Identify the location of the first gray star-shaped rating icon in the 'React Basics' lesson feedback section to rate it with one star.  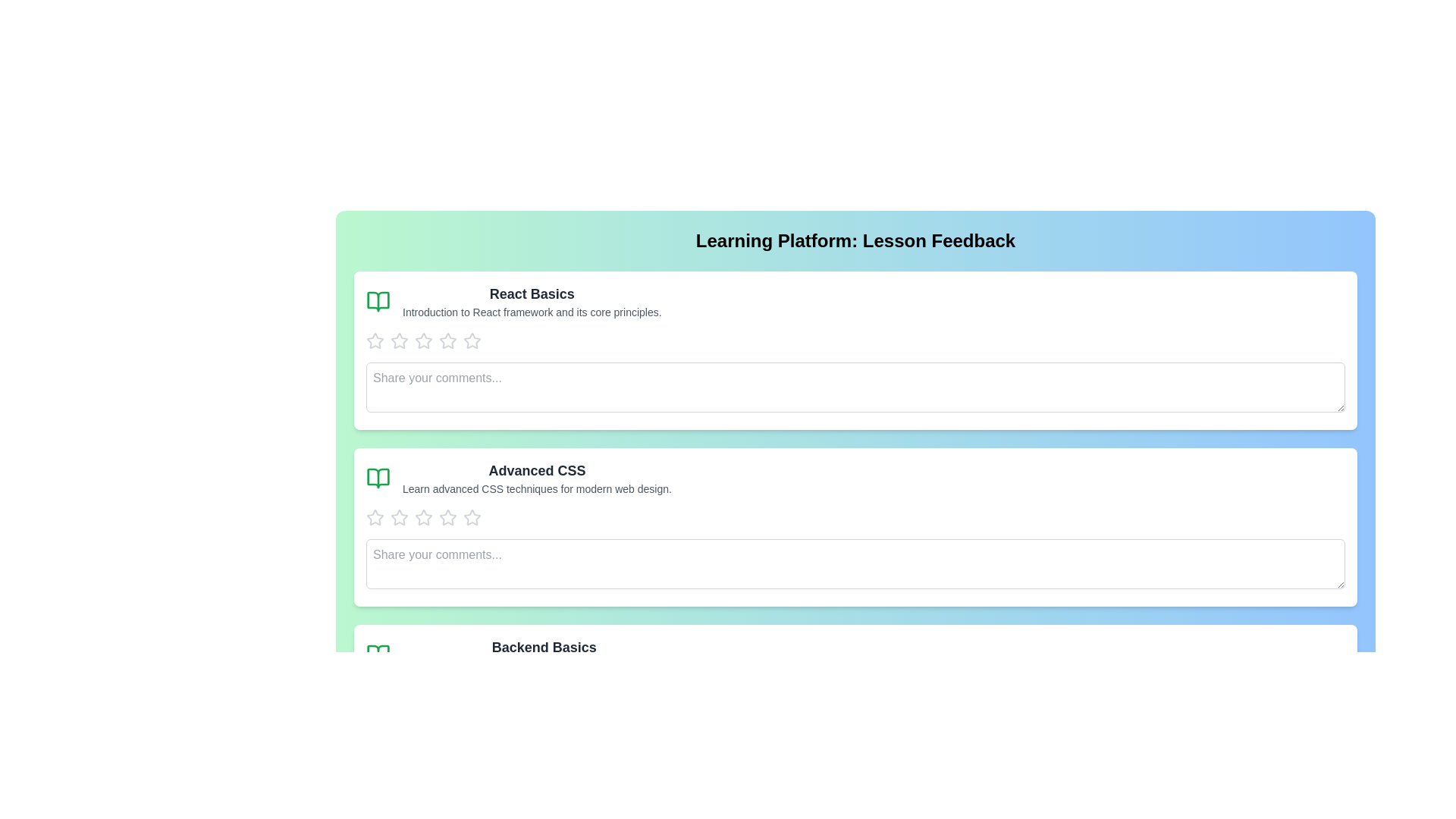
(375, 341).